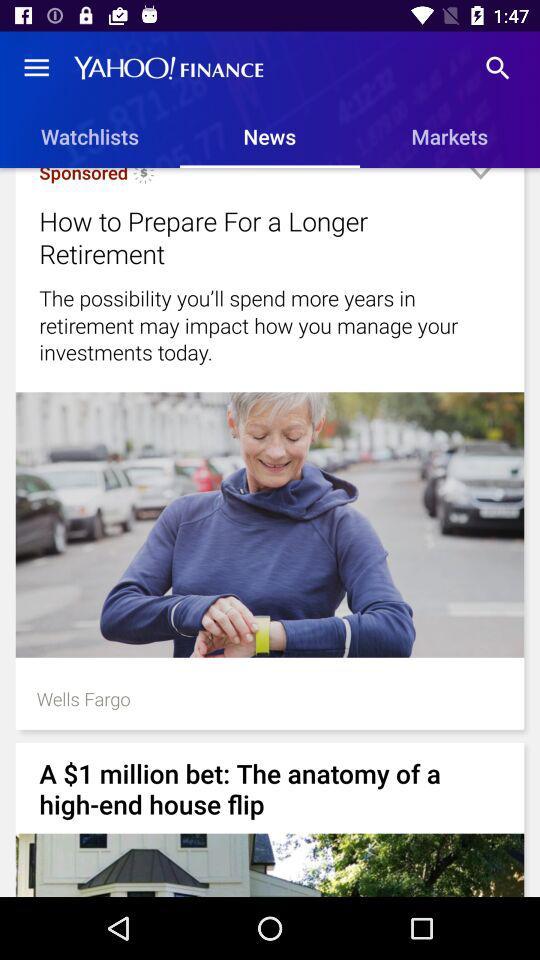 The height and width of the screenshot is (960, 540). I want to click on icon above watchlists icon, so click(36, 68).